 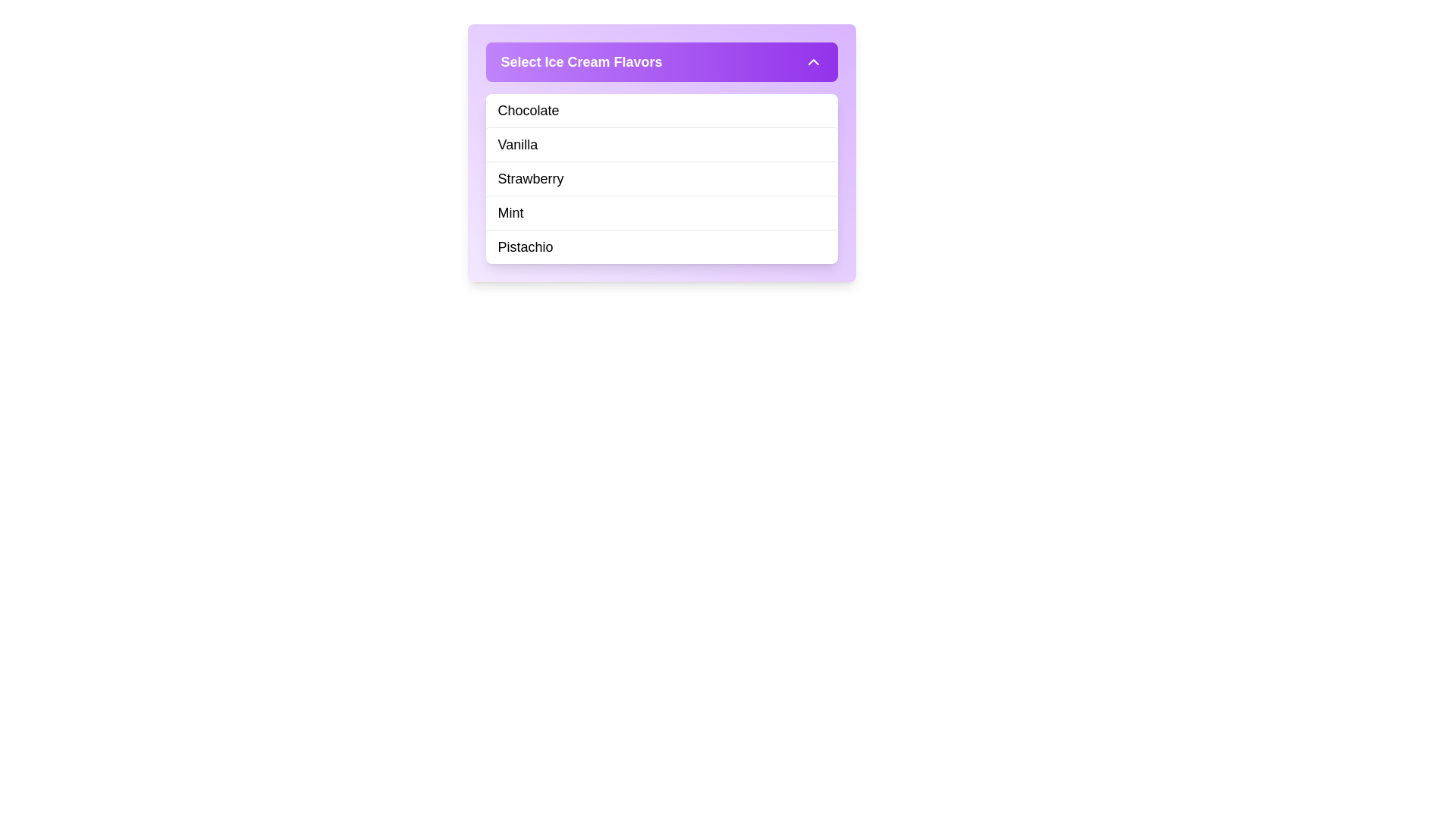 What do you see at coordinates (661, 152) in the screenshot?
I see `the 'Vanilla' item in the list of ice cream flavors` at bounding box center [661, 152].